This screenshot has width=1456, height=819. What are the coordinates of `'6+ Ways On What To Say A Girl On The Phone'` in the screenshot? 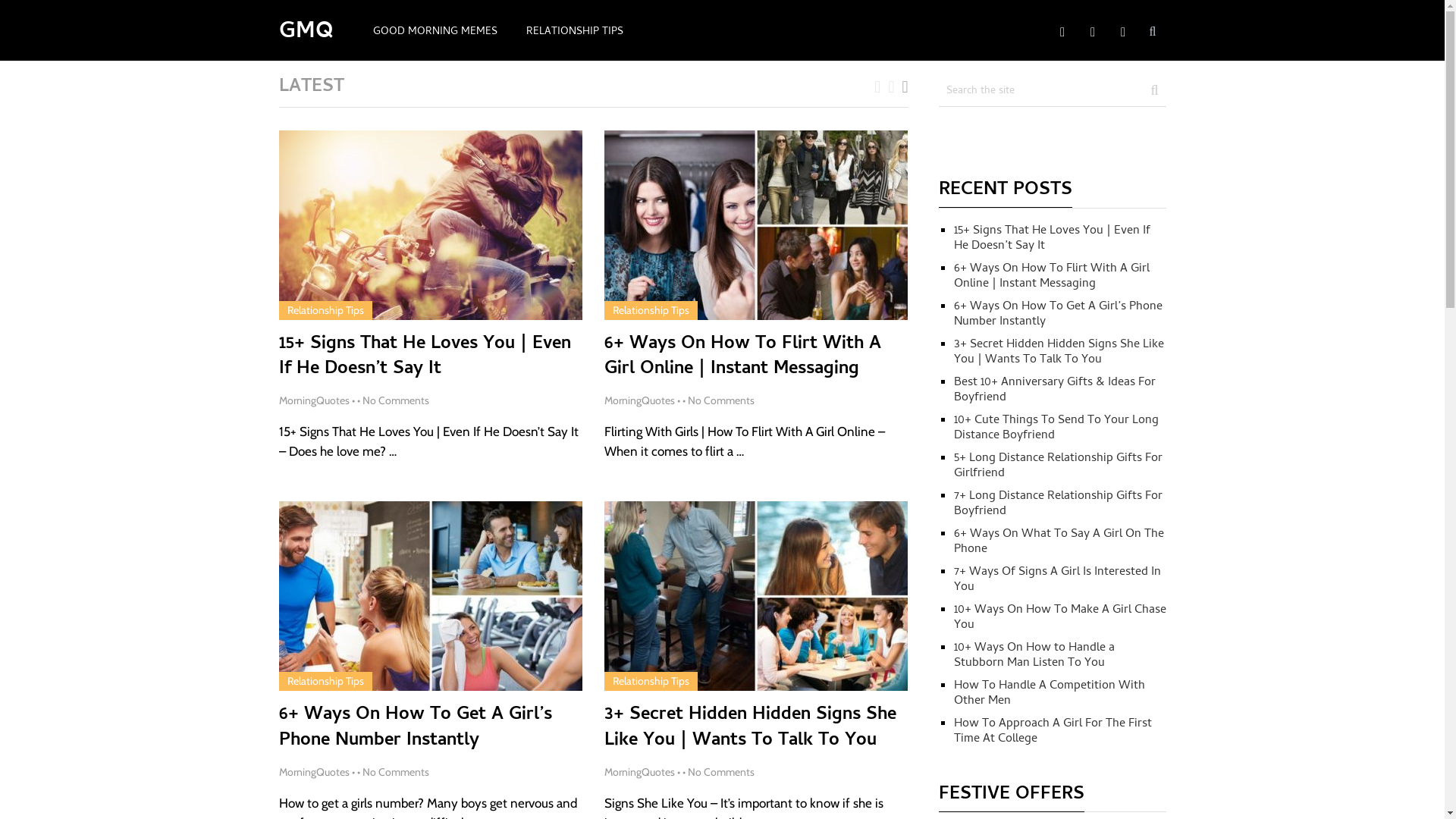 It's located at (1058, 541).